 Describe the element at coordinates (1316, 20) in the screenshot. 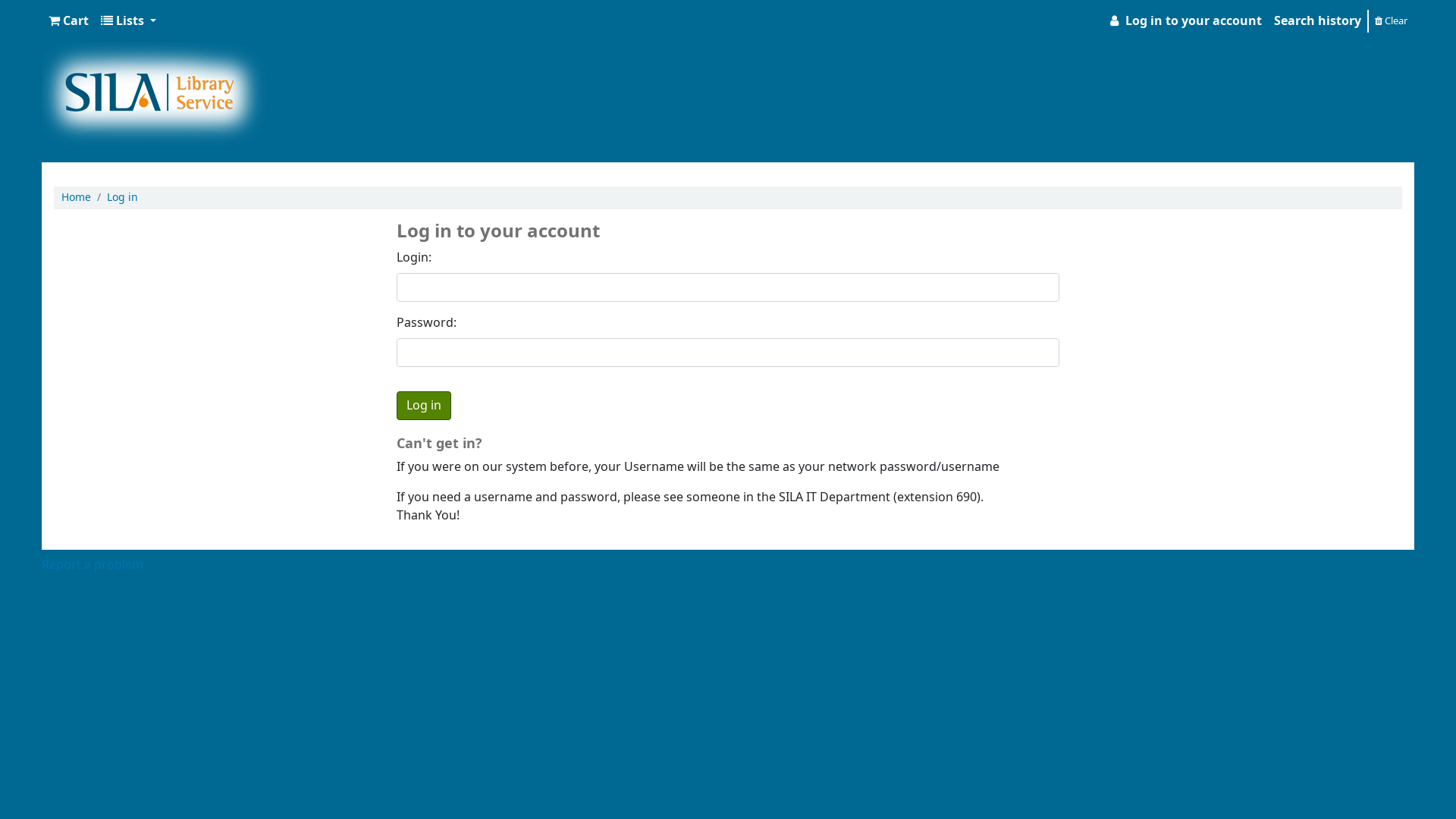

I see `'Search history'` at that location.